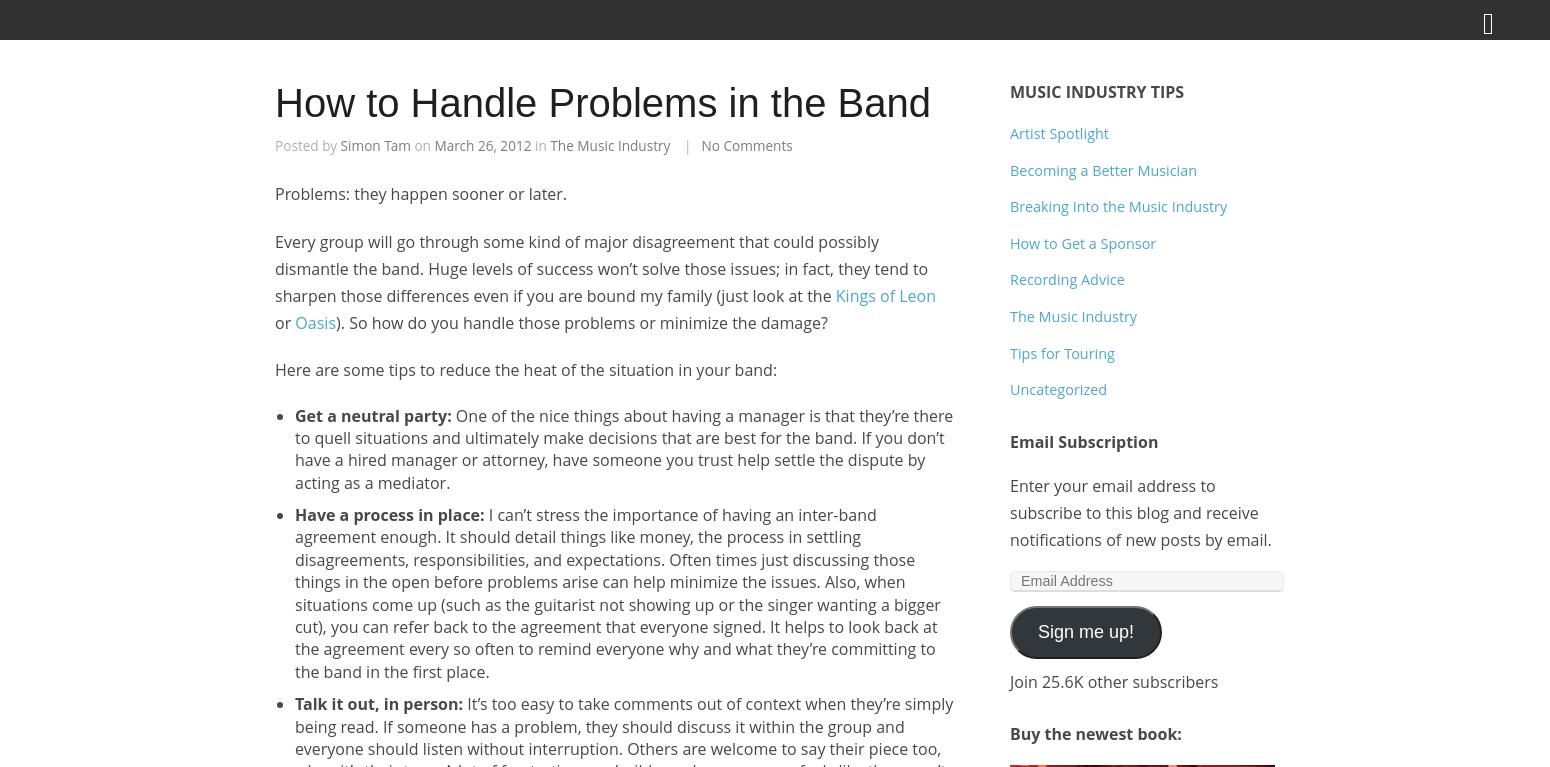  I want to click on 'Here are some tips to reduce the heat of the situation in your band:', so click(525, 369).